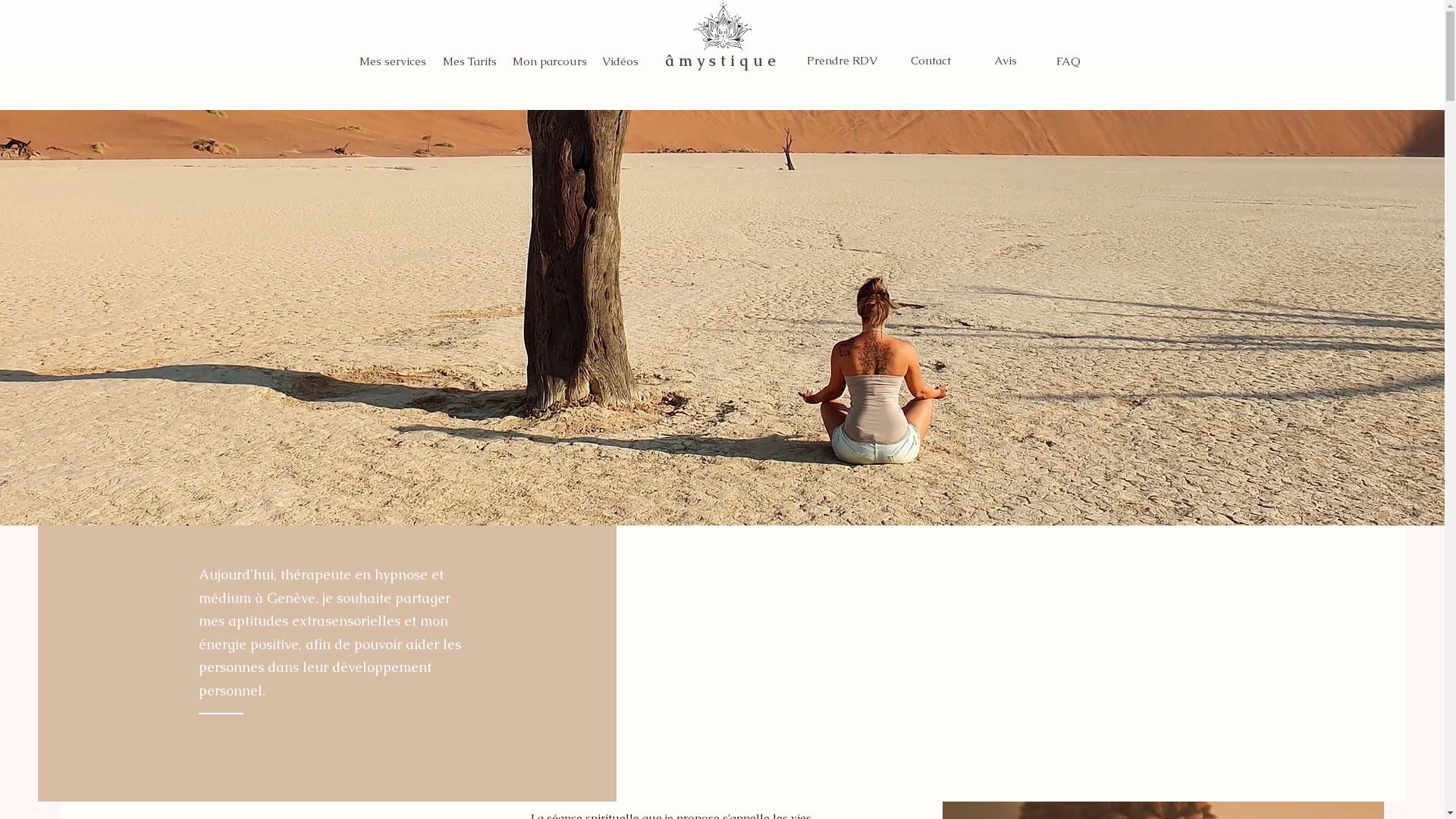 This screenshot has height=819, width=1456. Describe the element at coordinates (392, 60) in the screenshot. I see `'Mes services'` at that location.